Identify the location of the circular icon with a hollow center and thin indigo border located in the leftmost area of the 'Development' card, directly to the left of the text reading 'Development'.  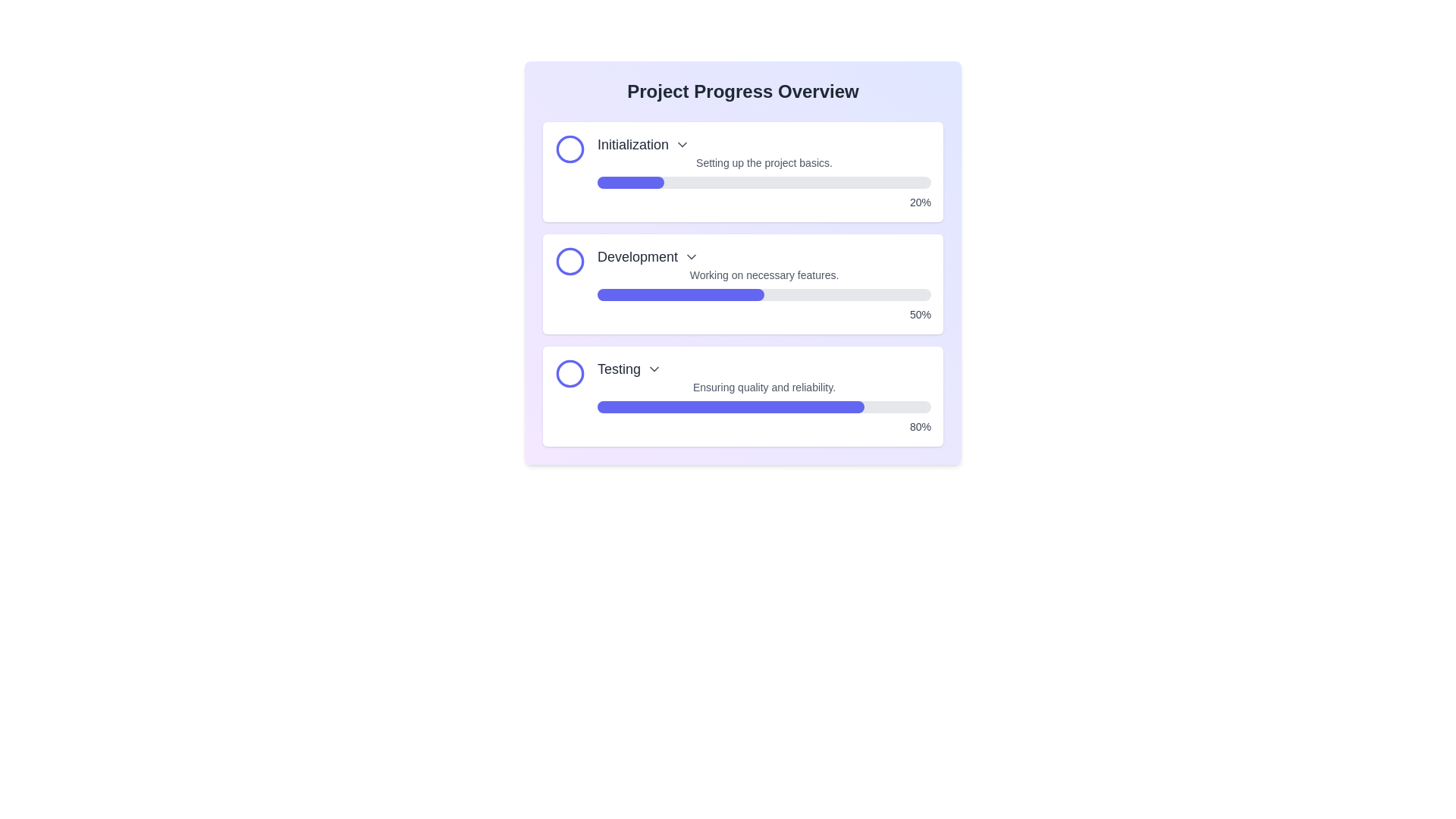
(570, 260).